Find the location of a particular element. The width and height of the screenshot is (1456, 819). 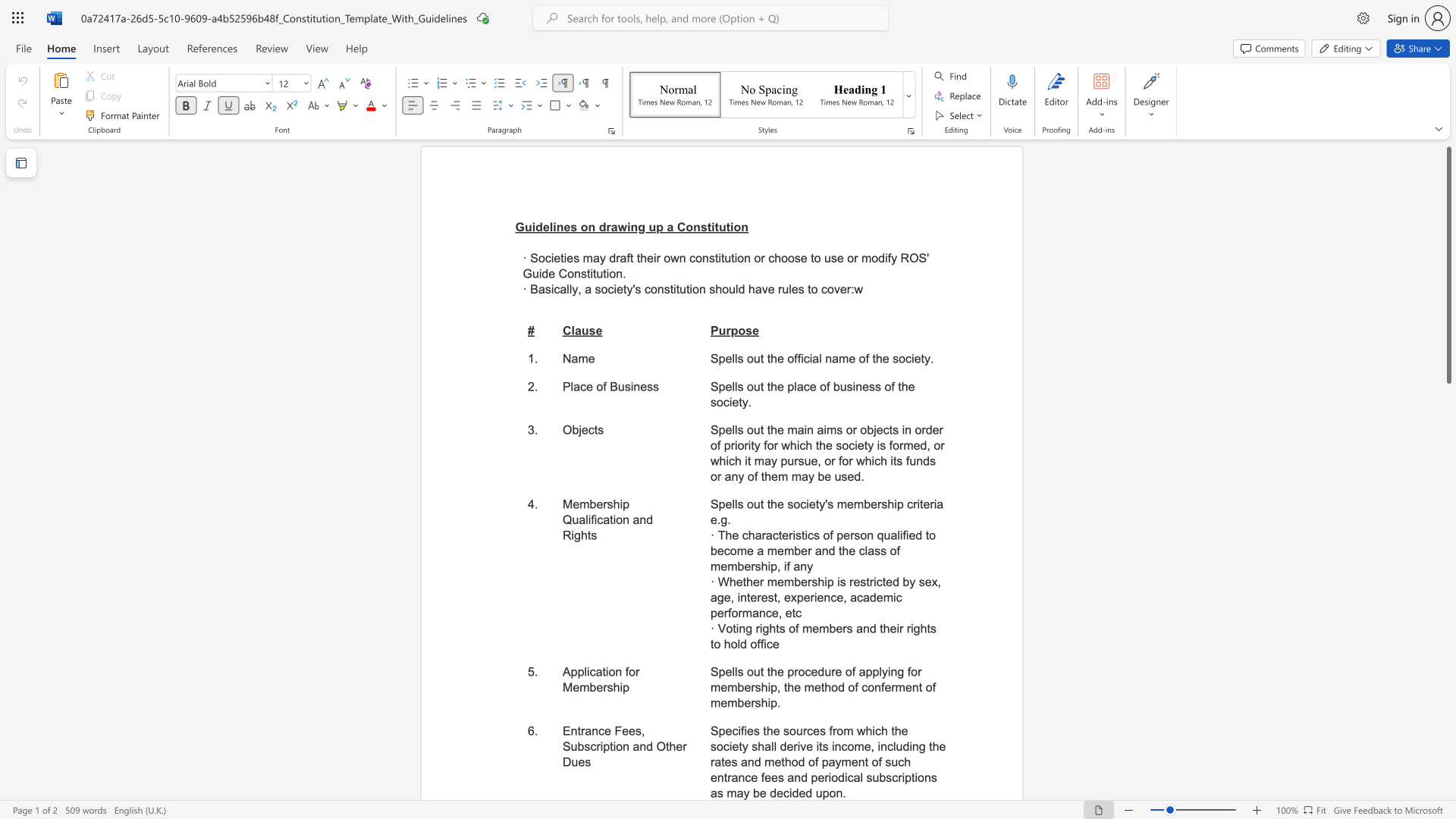

the subset text "e society shall derive its income, including the rates and method of payment of such entrance fees and periodi" within the text "Specifies the sources from which the society shall derive its income, including the rates and method of payment of such entrance fees and periodical subscriptions as may be decided upon." is located at coordinates (901, 730).